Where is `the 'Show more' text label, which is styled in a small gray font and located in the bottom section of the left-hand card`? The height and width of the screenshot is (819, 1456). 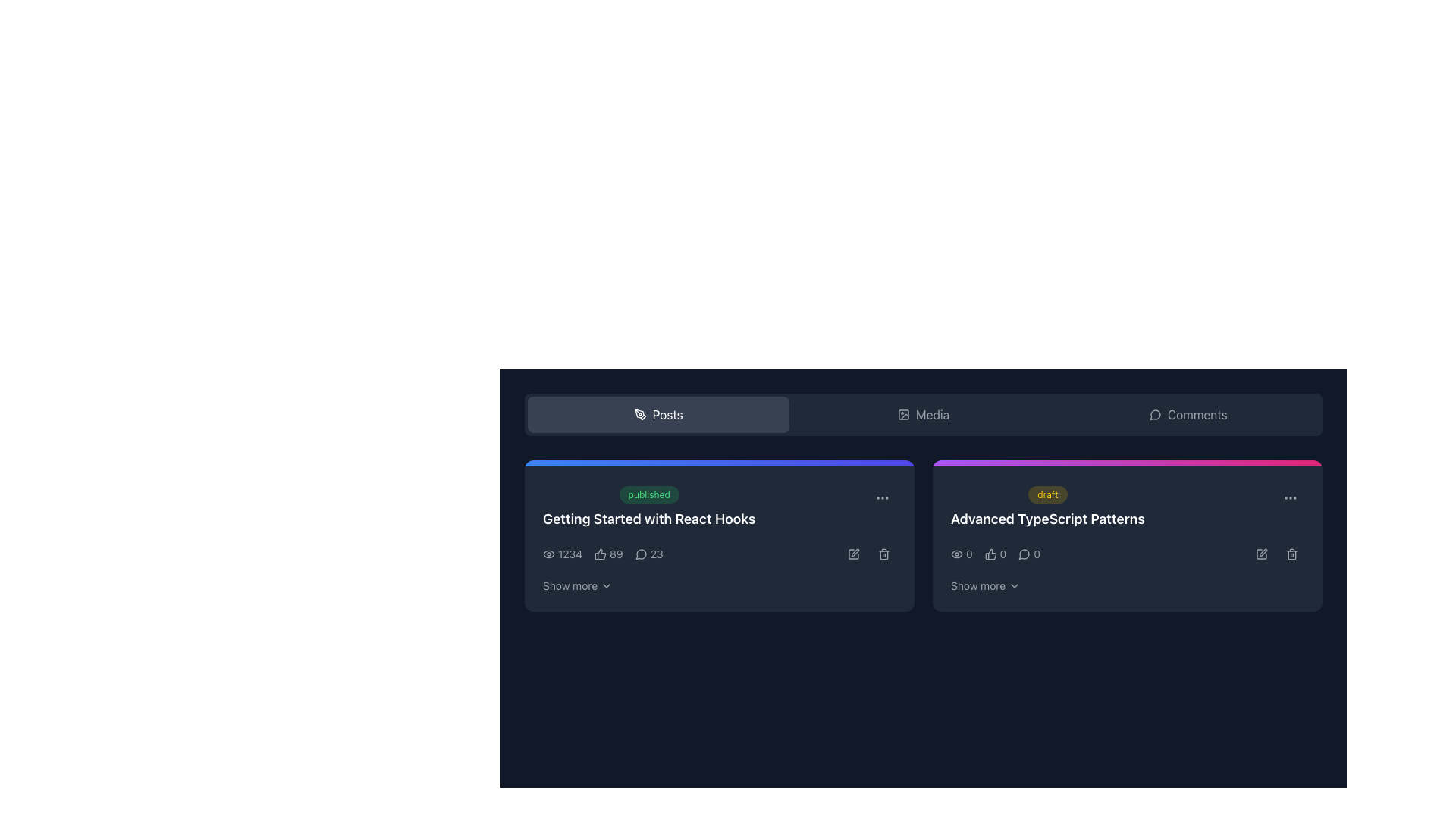
the 'Show more' text label, which is styled in a small gray font and located in the bottom section of the left-hand card is located at coordinates (570, 585).